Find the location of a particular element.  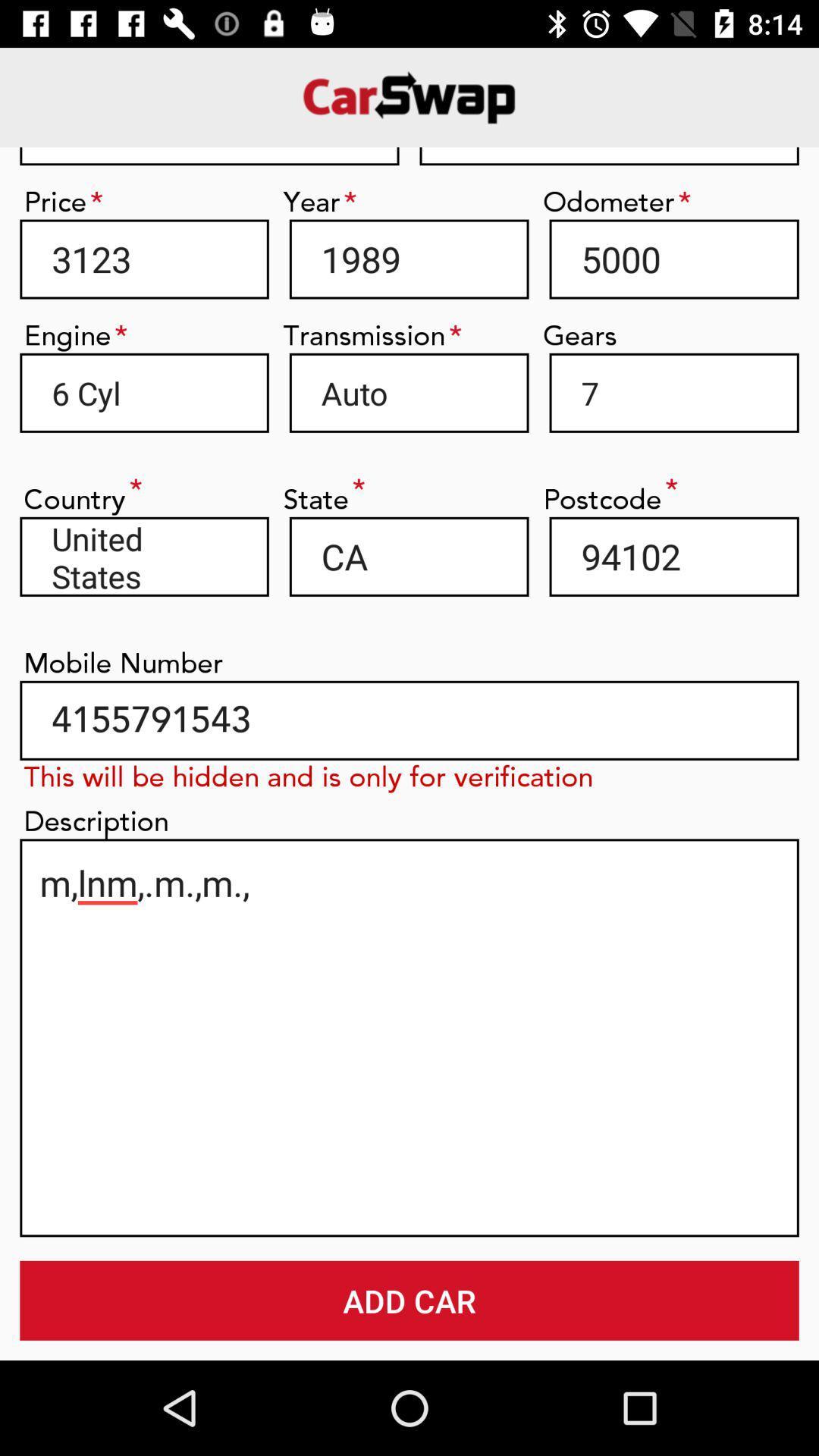

item next to the 6451645 item is located at coordinates (209, 156).